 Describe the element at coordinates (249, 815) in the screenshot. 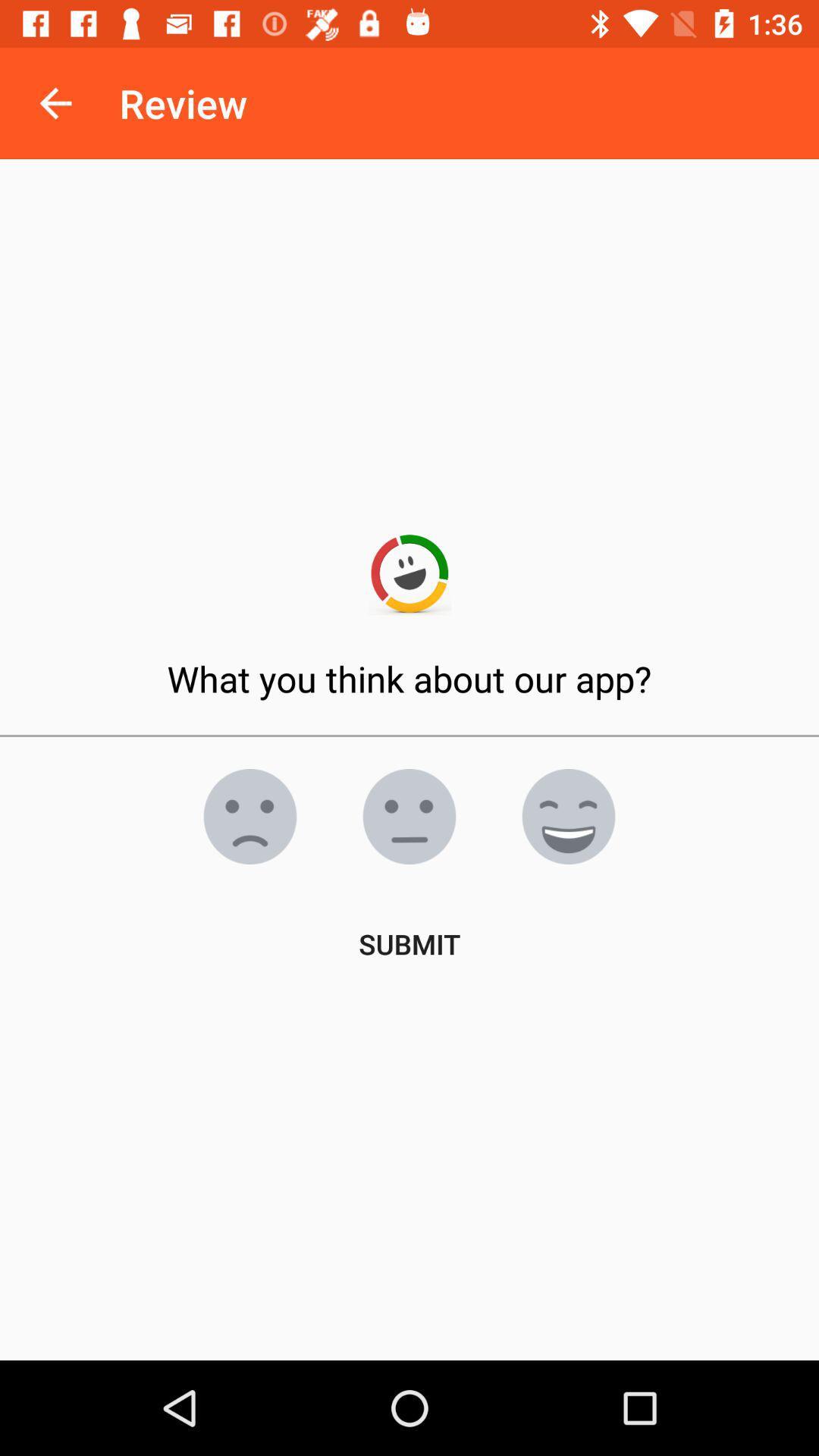

I see `rate app` at that location.